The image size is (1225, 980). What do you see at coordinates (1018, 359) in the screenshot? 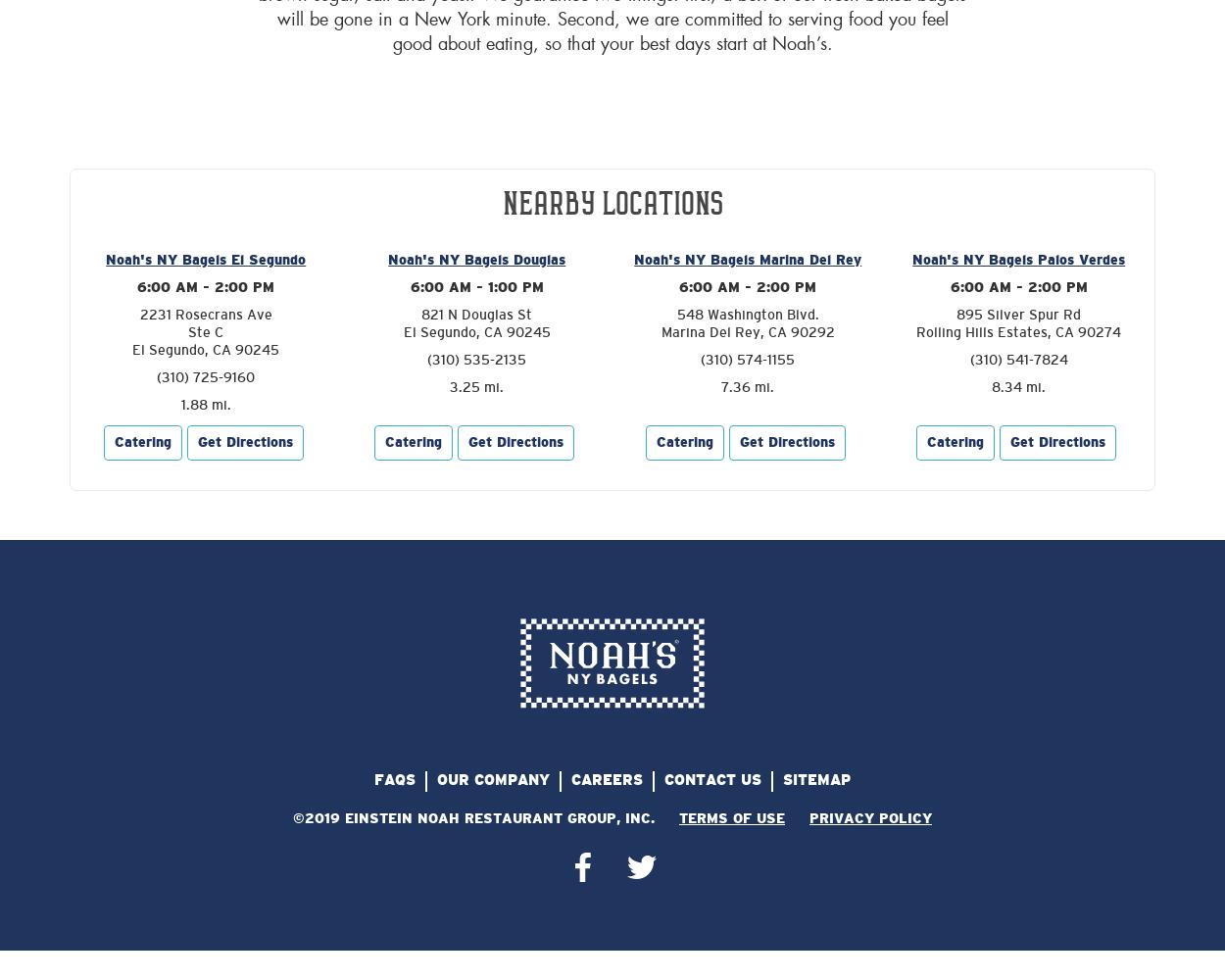
I see `'(310) 541-7824'` at bounding box center [1018, 359].